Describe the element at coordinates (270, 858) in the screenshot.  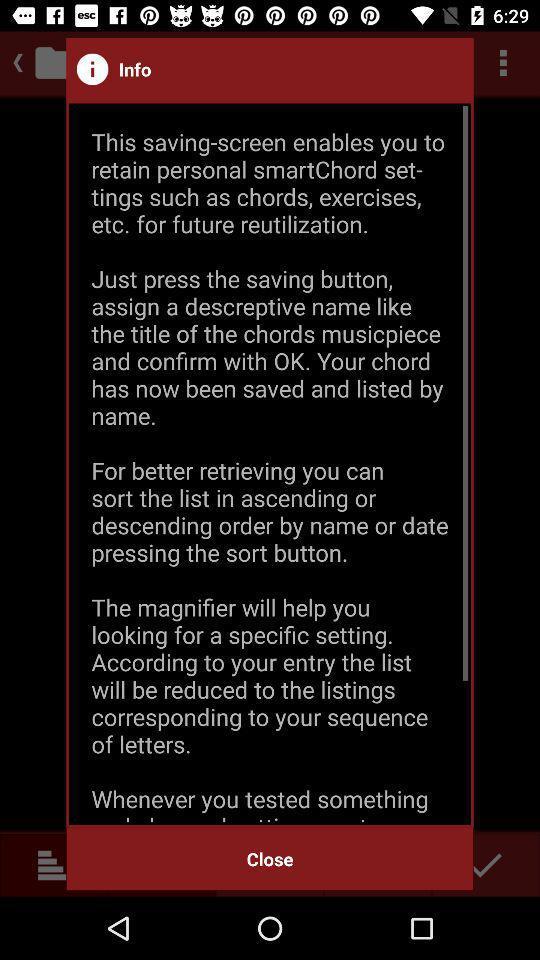
I see `the icon at the bottom` at that location.